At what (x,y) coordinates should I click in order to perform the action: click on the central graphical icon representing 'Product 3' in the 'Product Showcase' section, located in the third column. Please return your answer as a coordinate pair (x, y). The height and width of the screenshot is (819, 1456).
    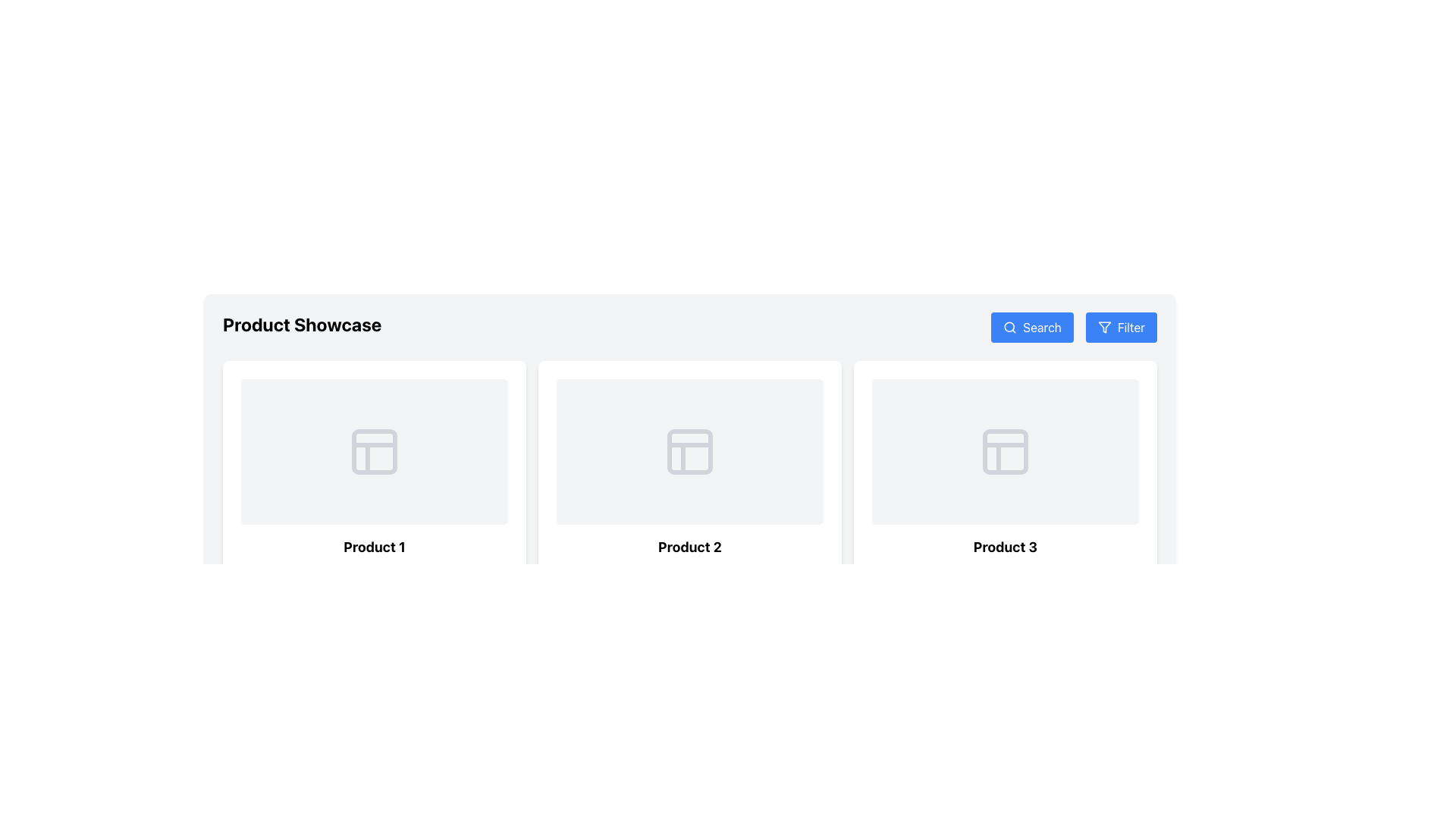
    Looking at the image, I should click on (1005, 451).